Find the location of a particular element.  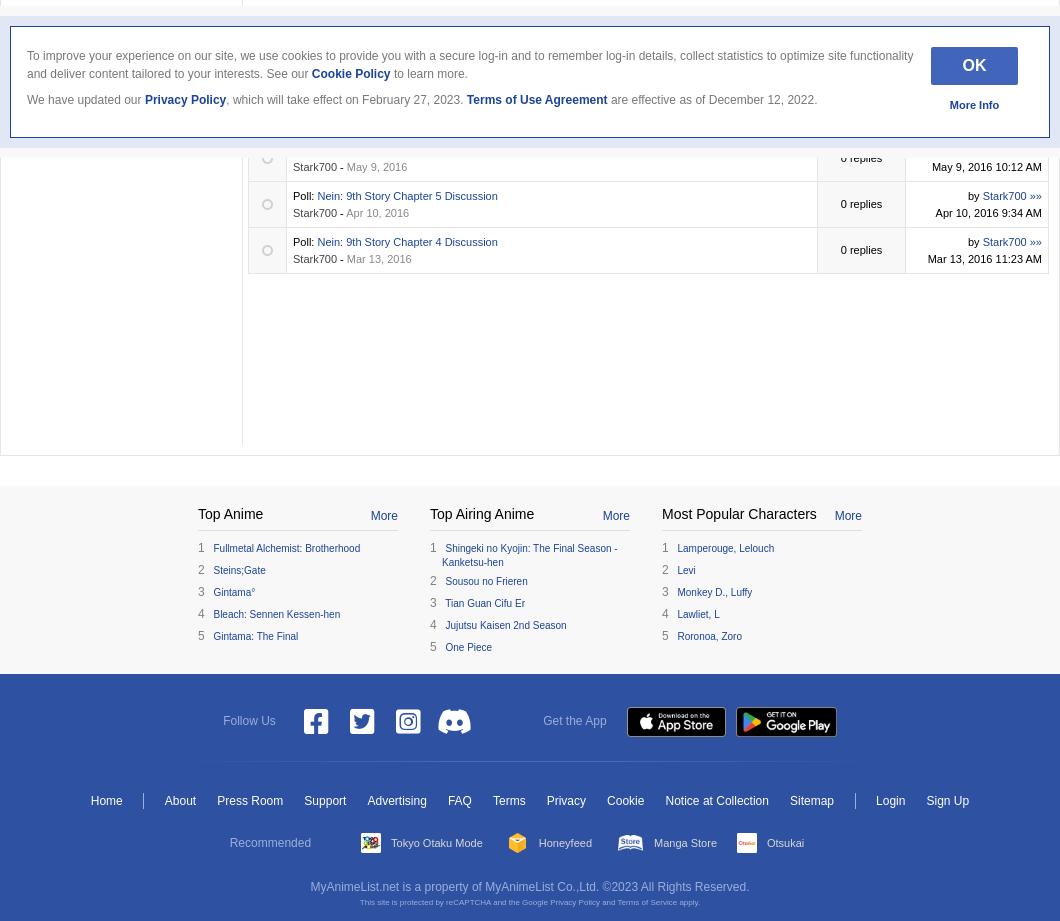

'Sitemap' is located at coordinates (787, 798).